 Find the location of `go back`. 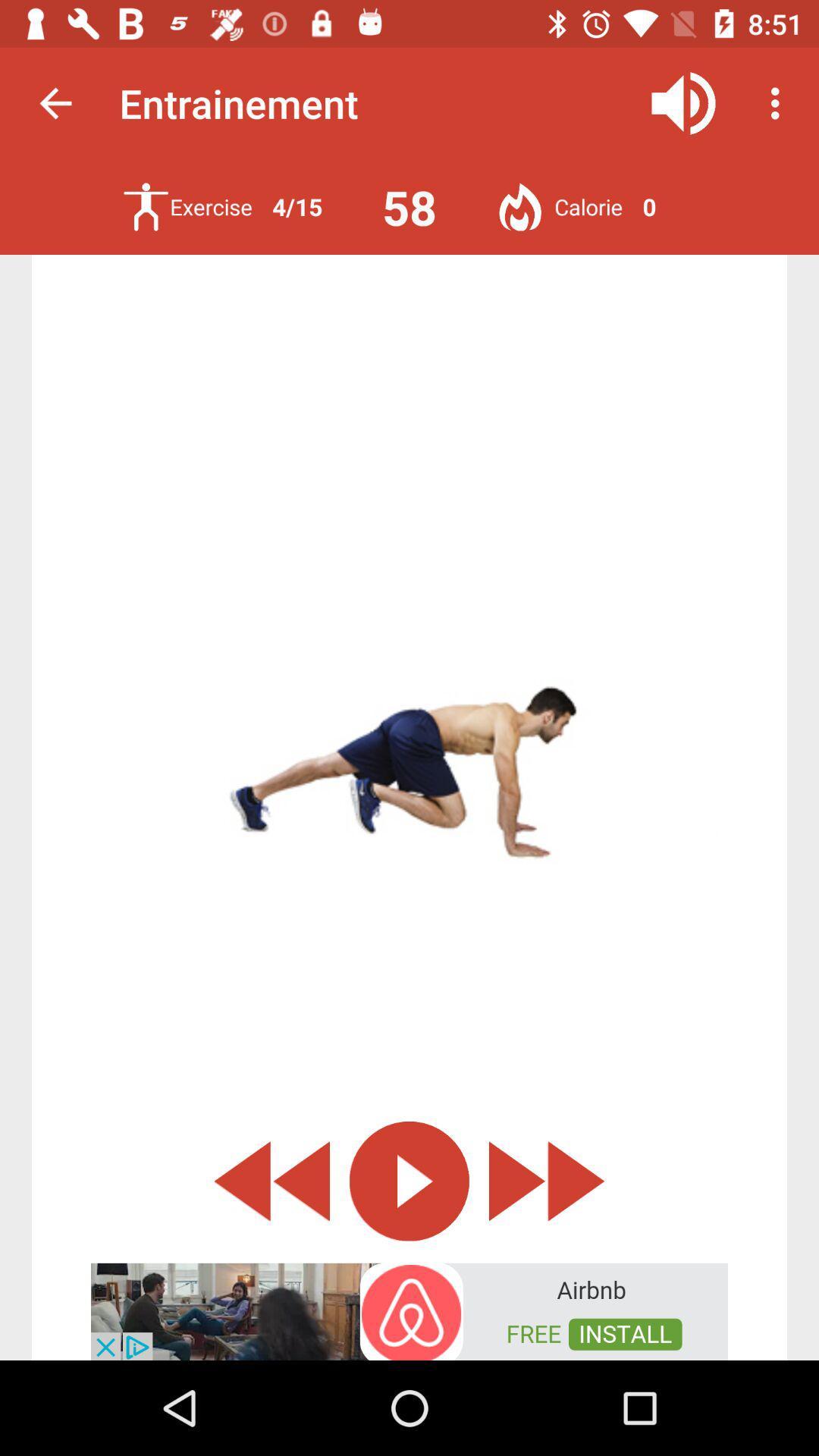

go back is located at coordinates (271, 1180).